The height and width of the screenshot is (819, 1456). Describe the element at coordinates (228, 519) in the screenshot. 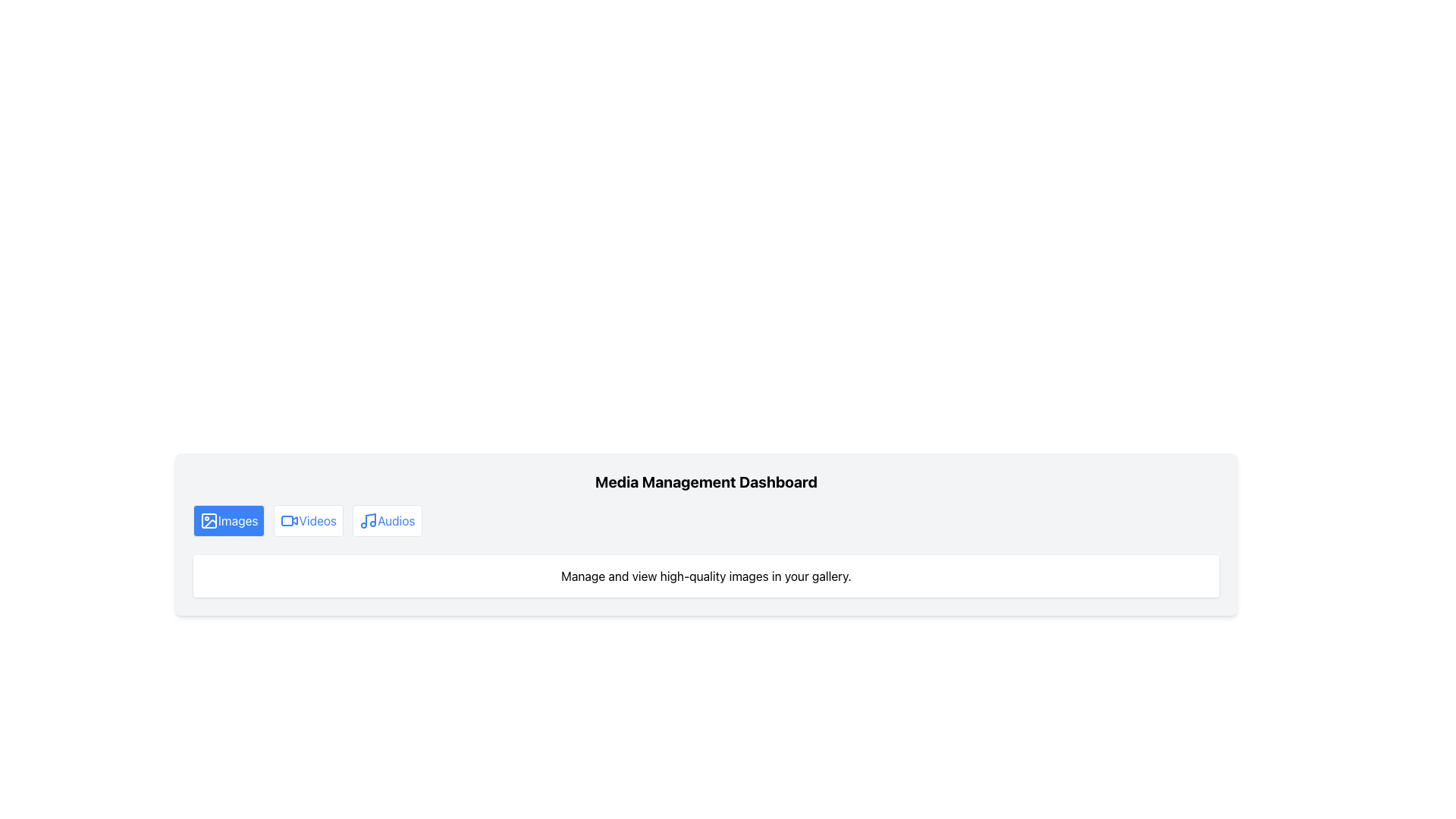

I see `the 'Images' button located in the top-left corner of the button section, which has a light blue background and rounded corners` at that location.